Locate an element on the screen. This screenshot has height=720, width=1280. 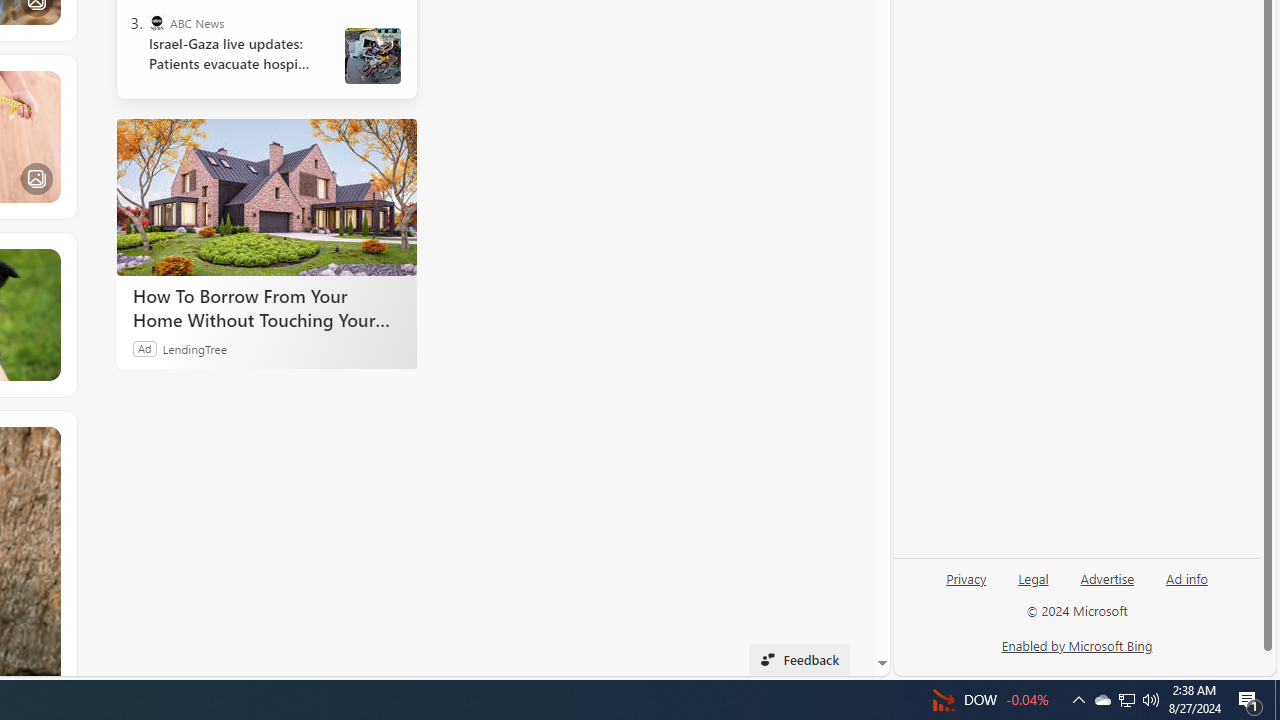
'Legal' is located at coordinates (1033, 585).